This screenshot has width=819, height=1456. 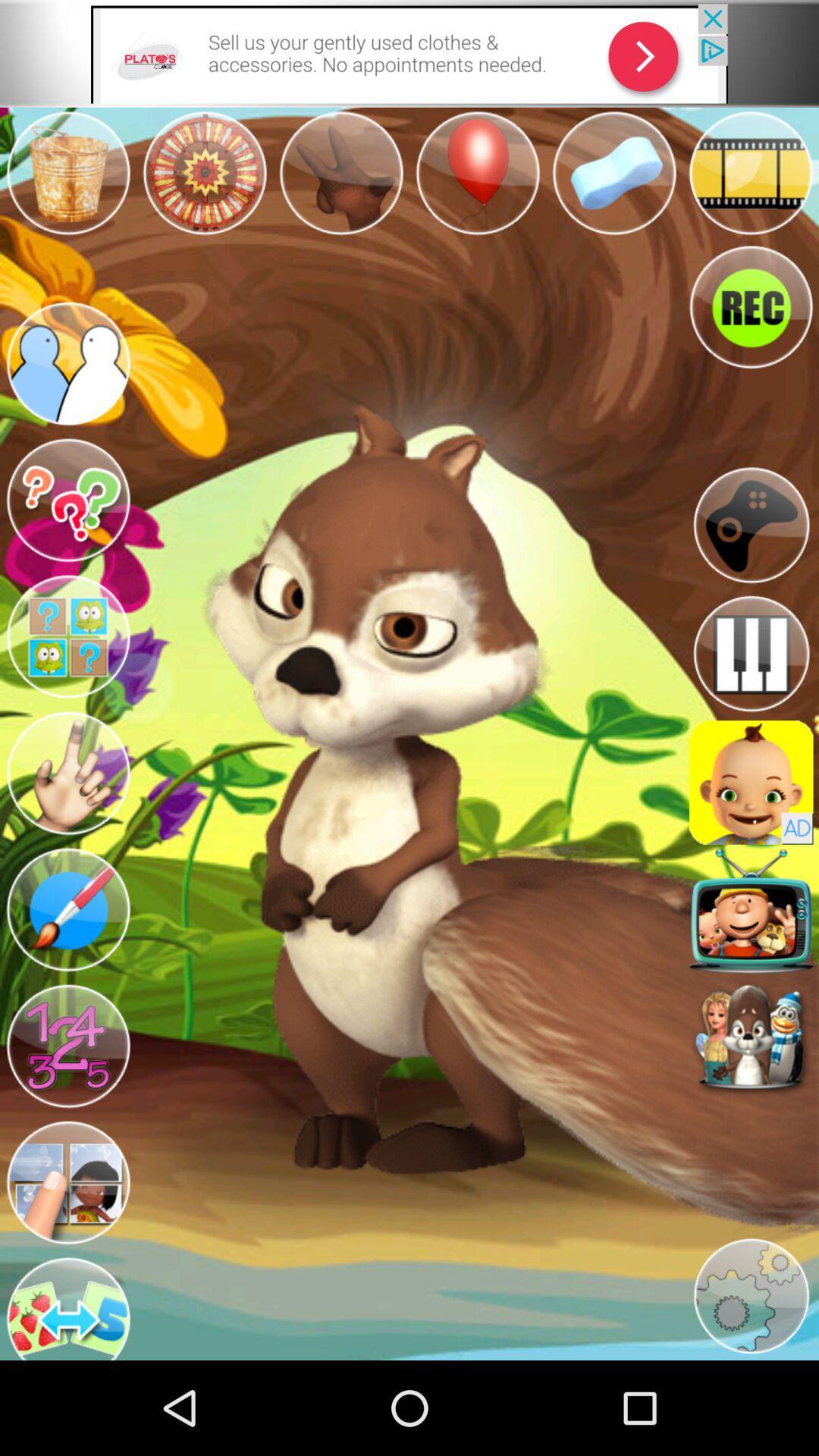 I want to click on character question, so click(x=67, y=637).